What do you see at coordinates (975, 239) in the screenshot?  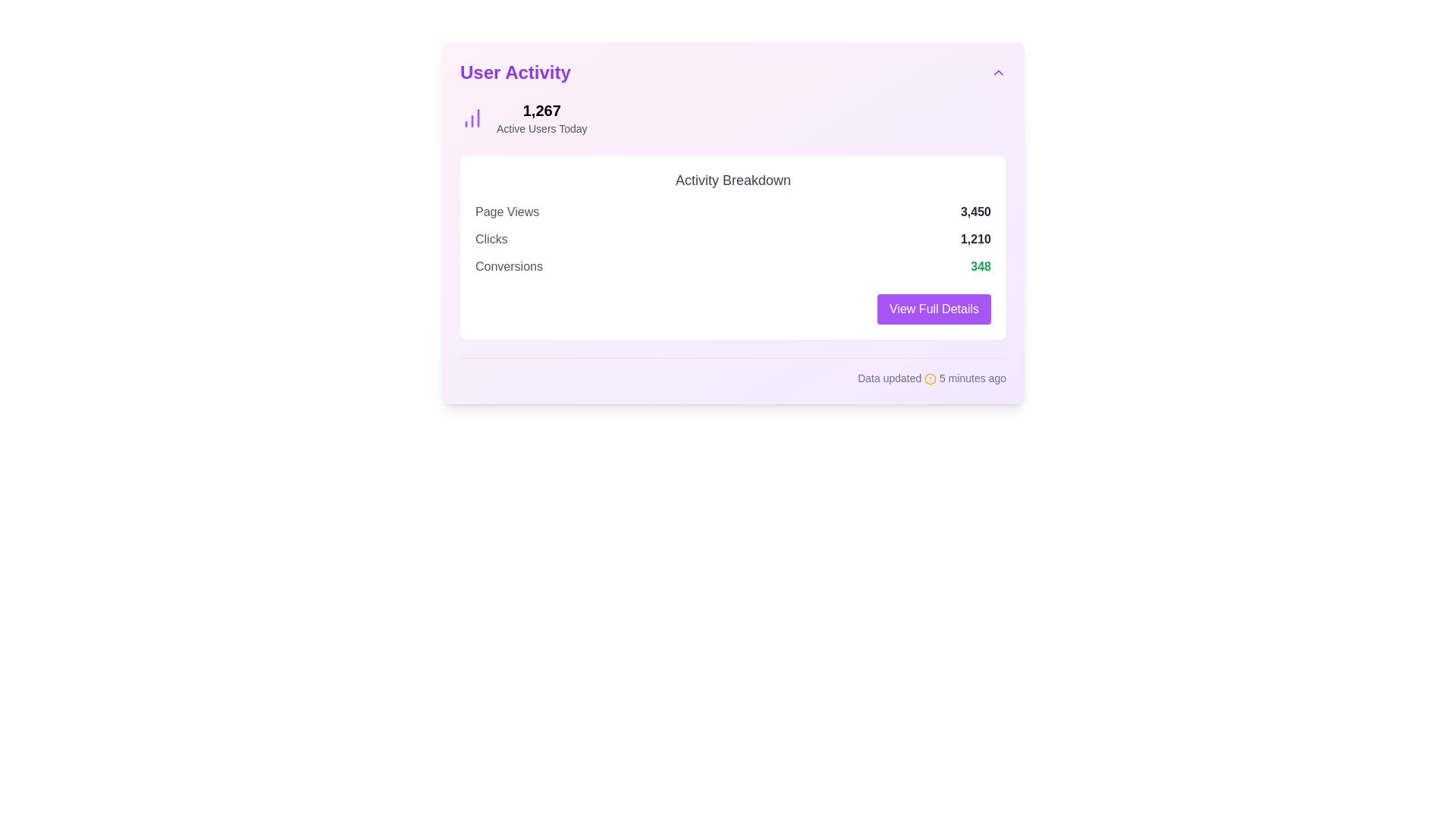 I see `the Text Label displaying the total number of clicks in the Activity Breakdown section, which is located to the right of the 'Clicks' label and above 'Conversions'` at bounding box center [975, 239].